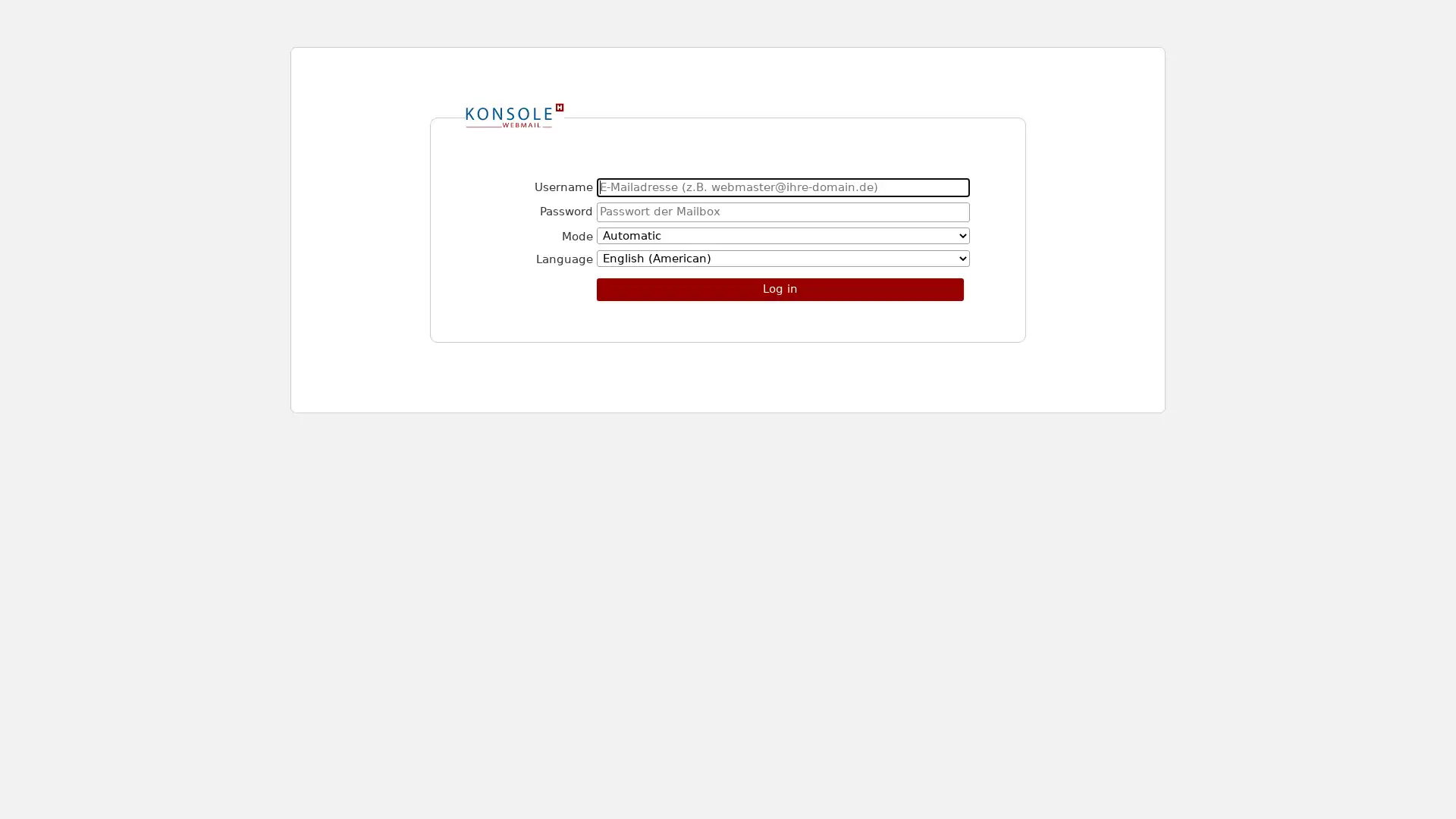 The height and width of the screenshot is (819, 1456). What do you see at coordinates (780, 289) in the screenshot?
I see `Log in` at bounding box center [780, 289].